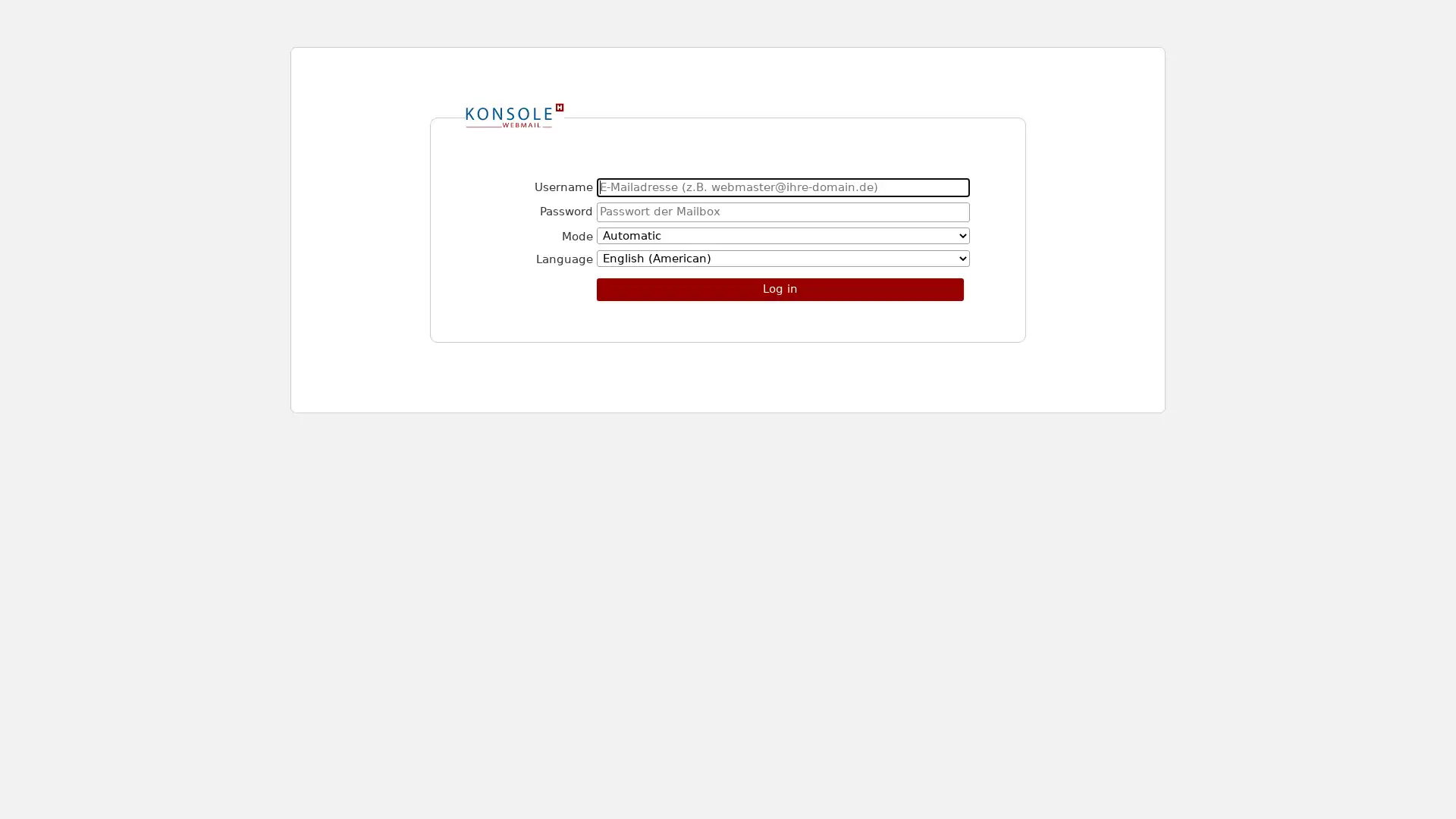 The height and width of the screenshot is (819, 1456). What do you see at coordinates (780, 289) in the screenshot?
I see `Log in` at bounding box center [780, 289].